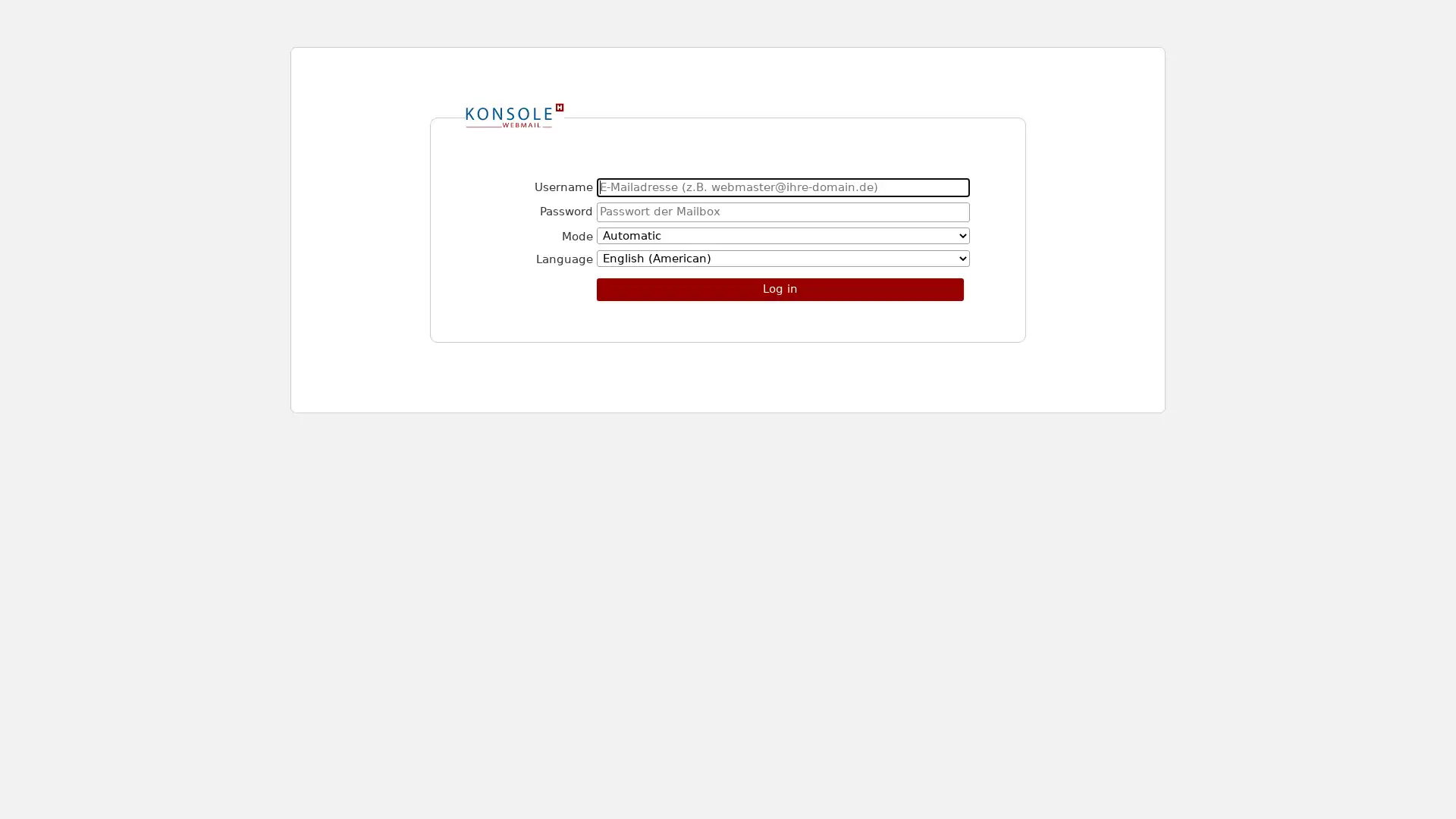 The height and width of the screenshot is (819, 1456). What do you see at coordinates (780, 289) in the screenshot?
I see `Log in` at bounding box center [780, 289].